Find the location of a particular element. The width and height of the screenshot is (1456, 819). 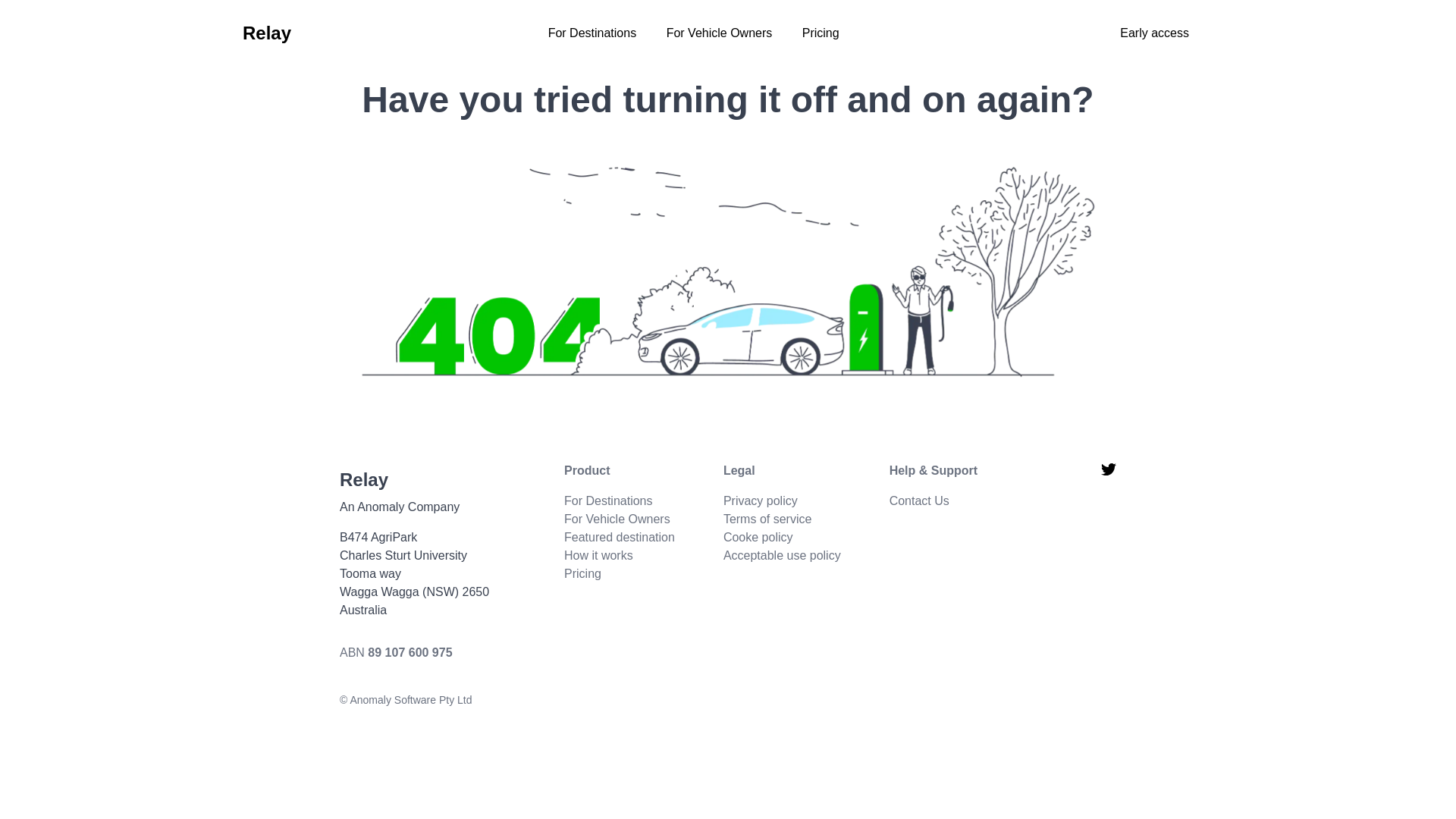

'For Vehicle Owners' is located at coordinates (666, 33).